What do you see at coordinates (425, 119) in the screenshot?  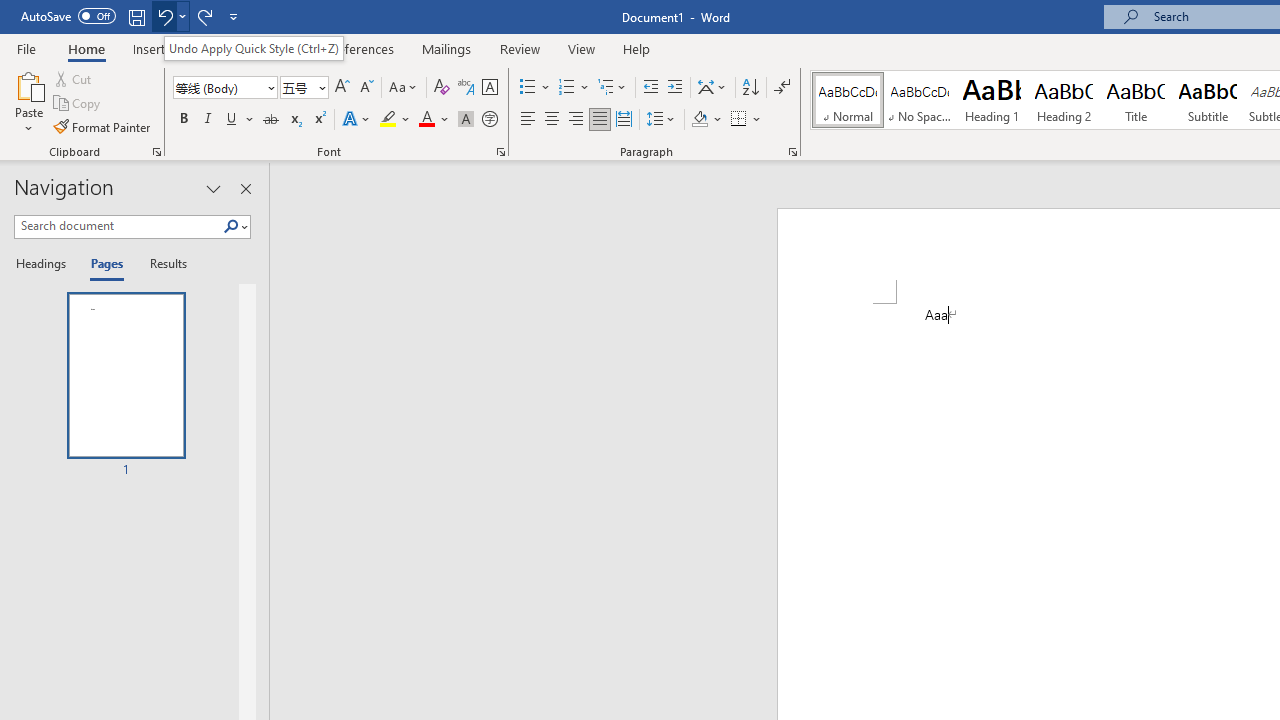 I see `'Font Color Red'` at bounding box center [425, 119].